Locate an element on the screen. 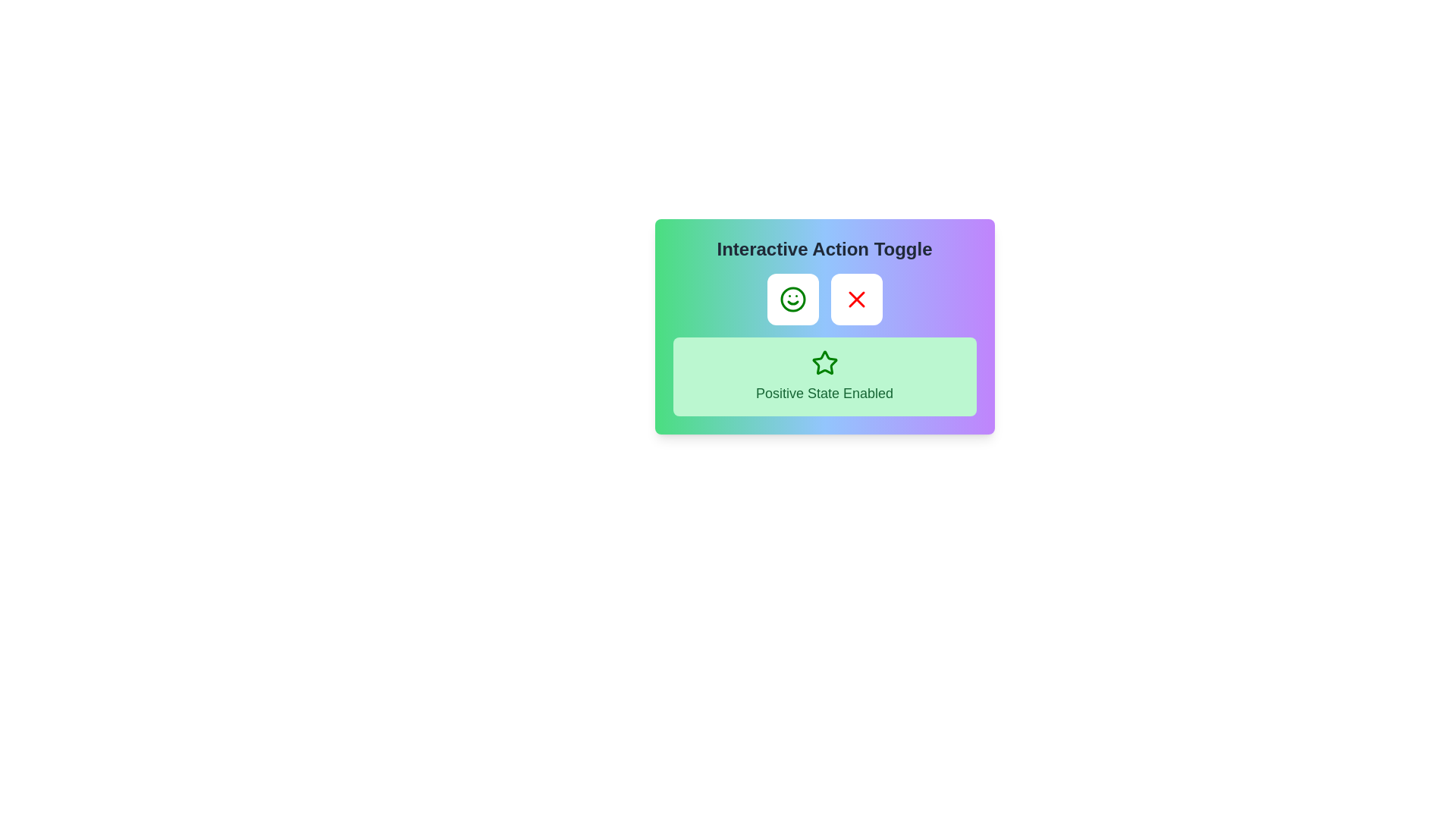 This screenshot has width=1456, height=819. the cross button on the toggle switch is located at coordinates (824, 299).